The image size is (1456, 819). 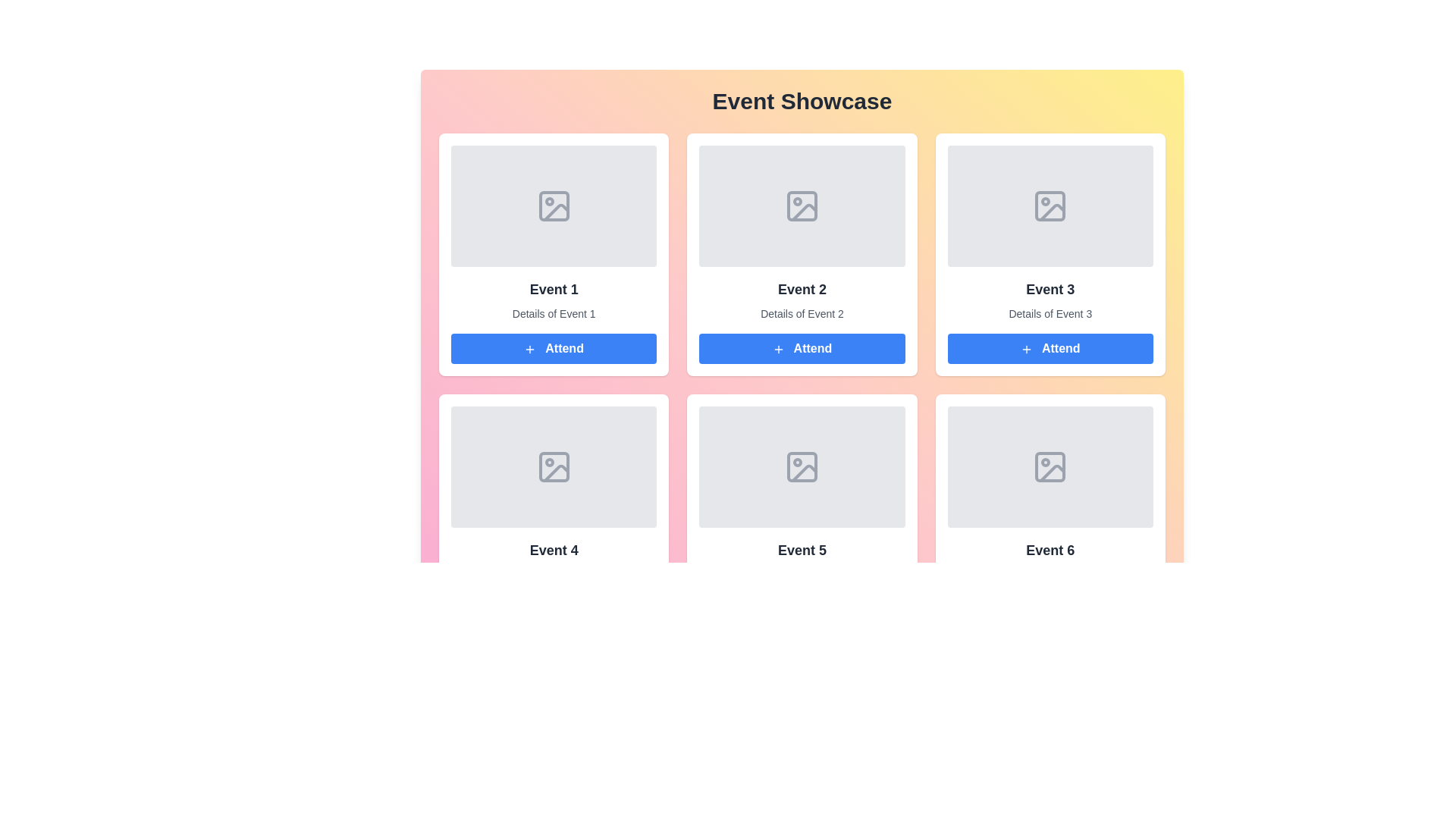 What do you see at coordinates (1050, 206) in the screenshot?
I see `the Image placeholder area, which is a rounded rectangular light gray area with a centered image placeholder icon, located at the top section of the card labeled 'Event 3' in the Event Showcase grid` at bounding box center [1050, 206].